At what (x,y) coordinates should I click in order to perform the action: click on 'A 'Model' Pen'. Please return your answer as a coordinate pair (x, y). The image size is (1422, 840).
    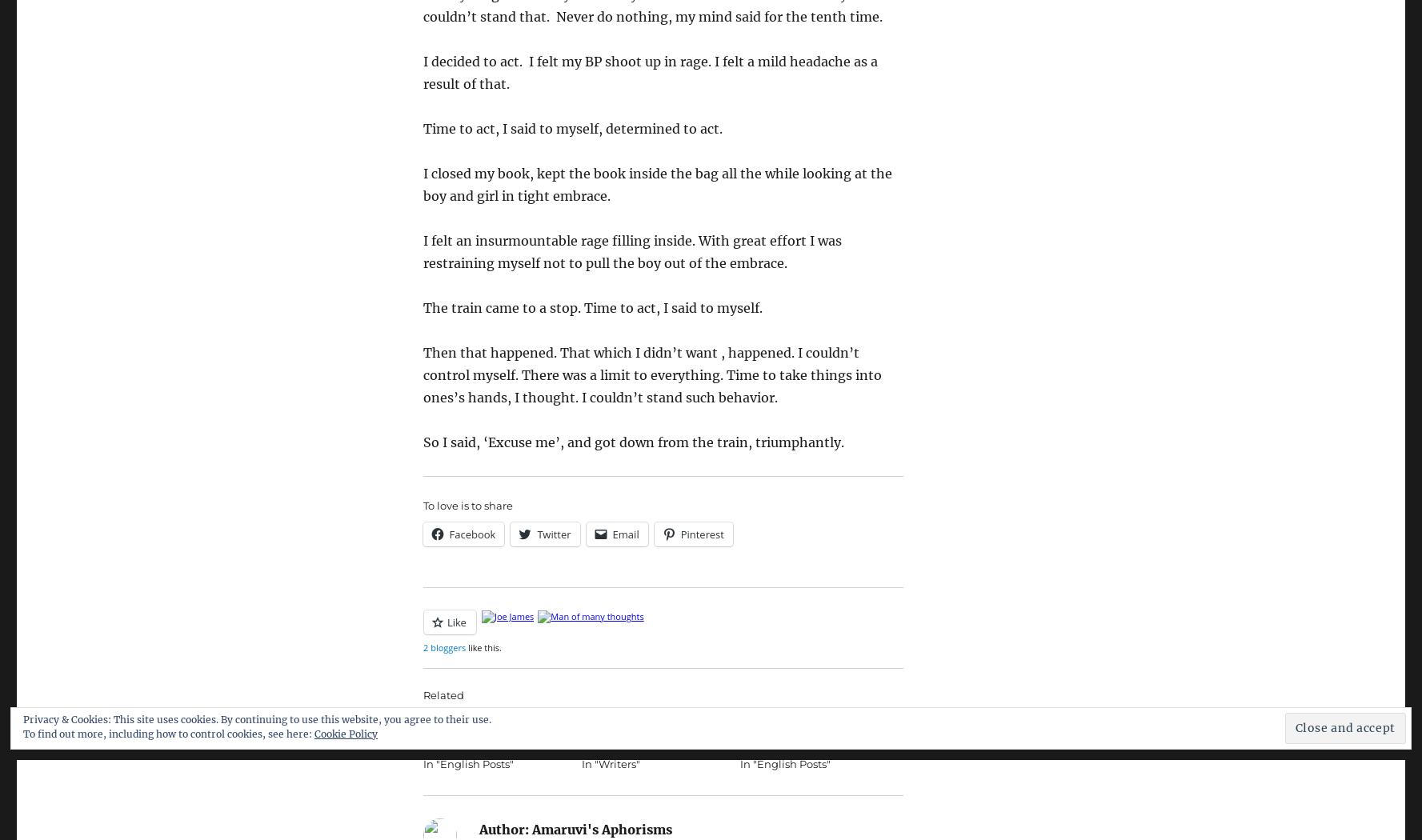
    Looking at the image, I should click on (739, 720).